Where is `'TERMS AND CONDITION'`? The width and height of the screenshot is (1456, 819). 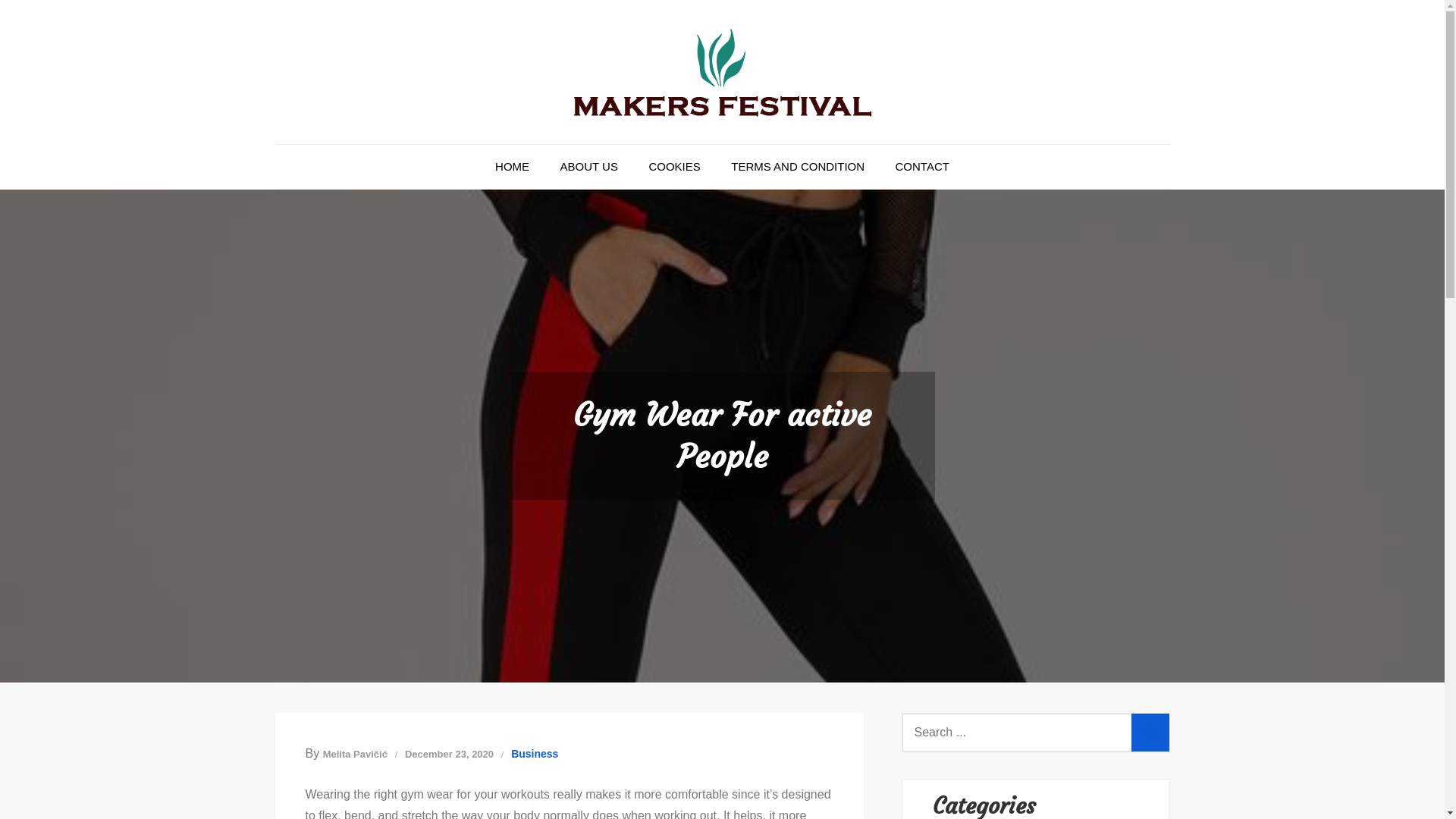
'TERMS AND CONDITION' is located at coordinates (716, 166).